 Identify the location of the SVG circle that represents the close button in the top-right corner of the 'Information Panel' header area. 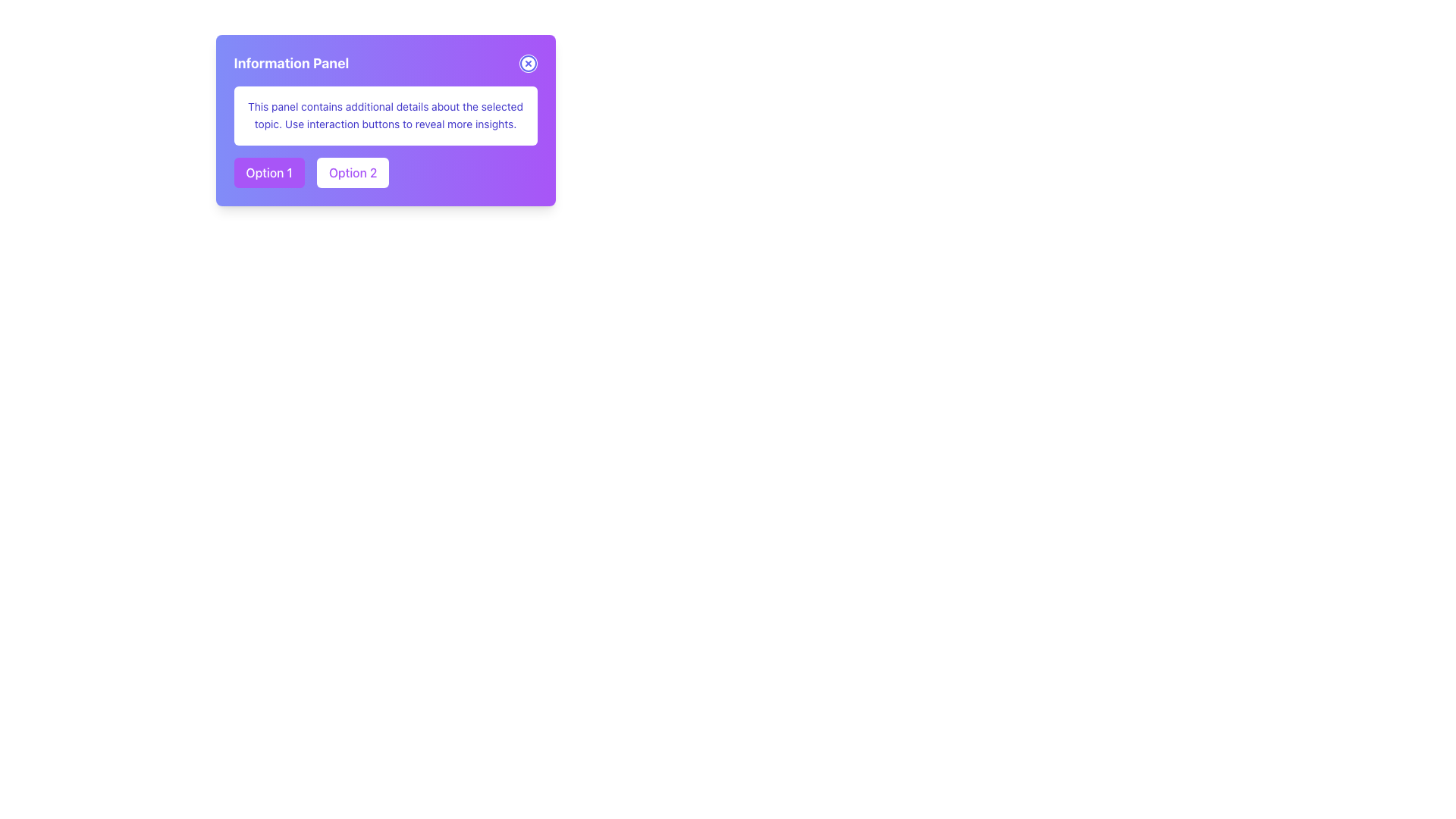
(528, 63).